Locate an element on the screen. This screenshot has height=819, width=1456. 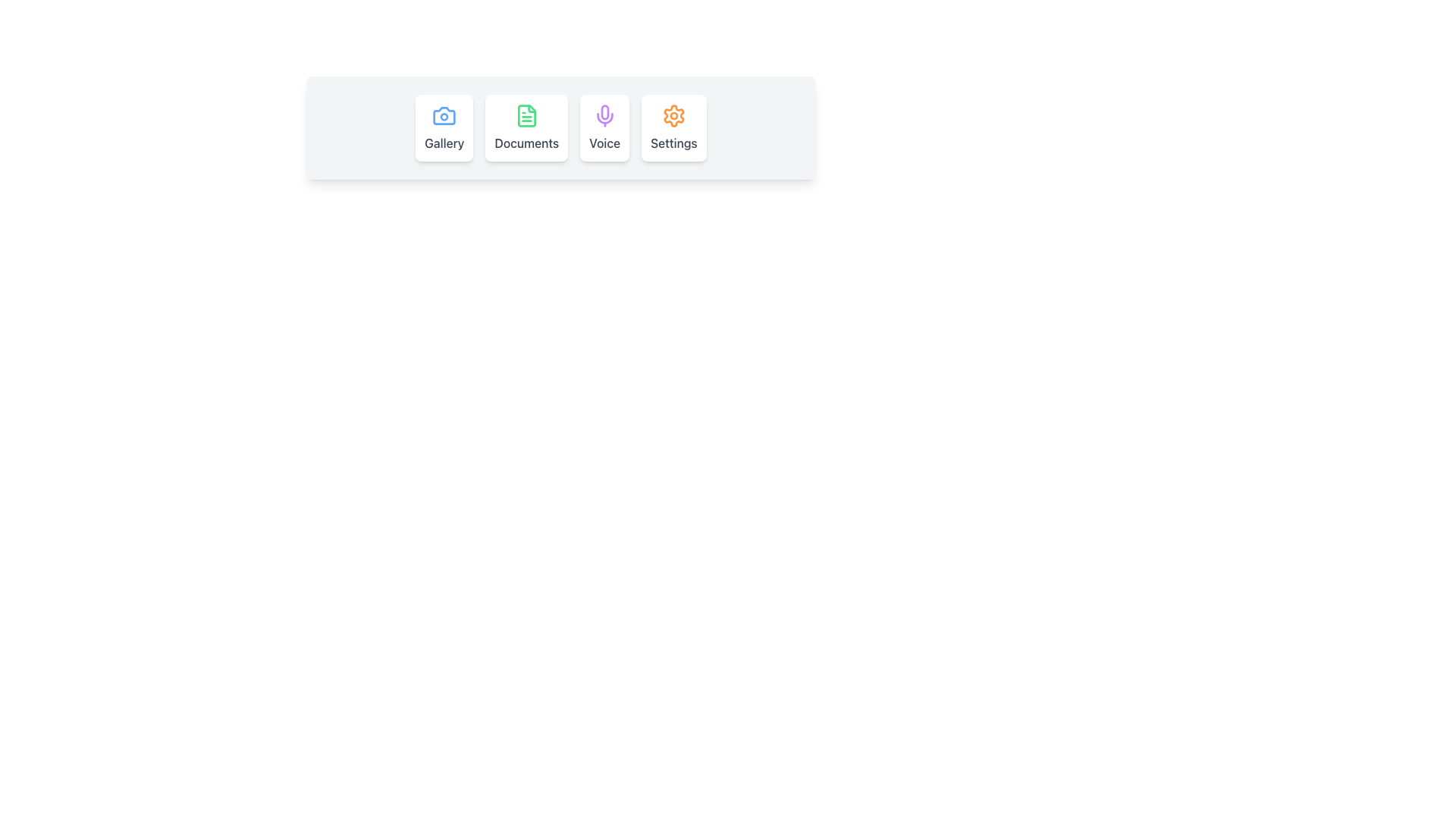
the state of the 'Documents' icon, which is the topmost component in the 'Documents' section, guiding users towards document-related features is located at coordinates (526, 115).